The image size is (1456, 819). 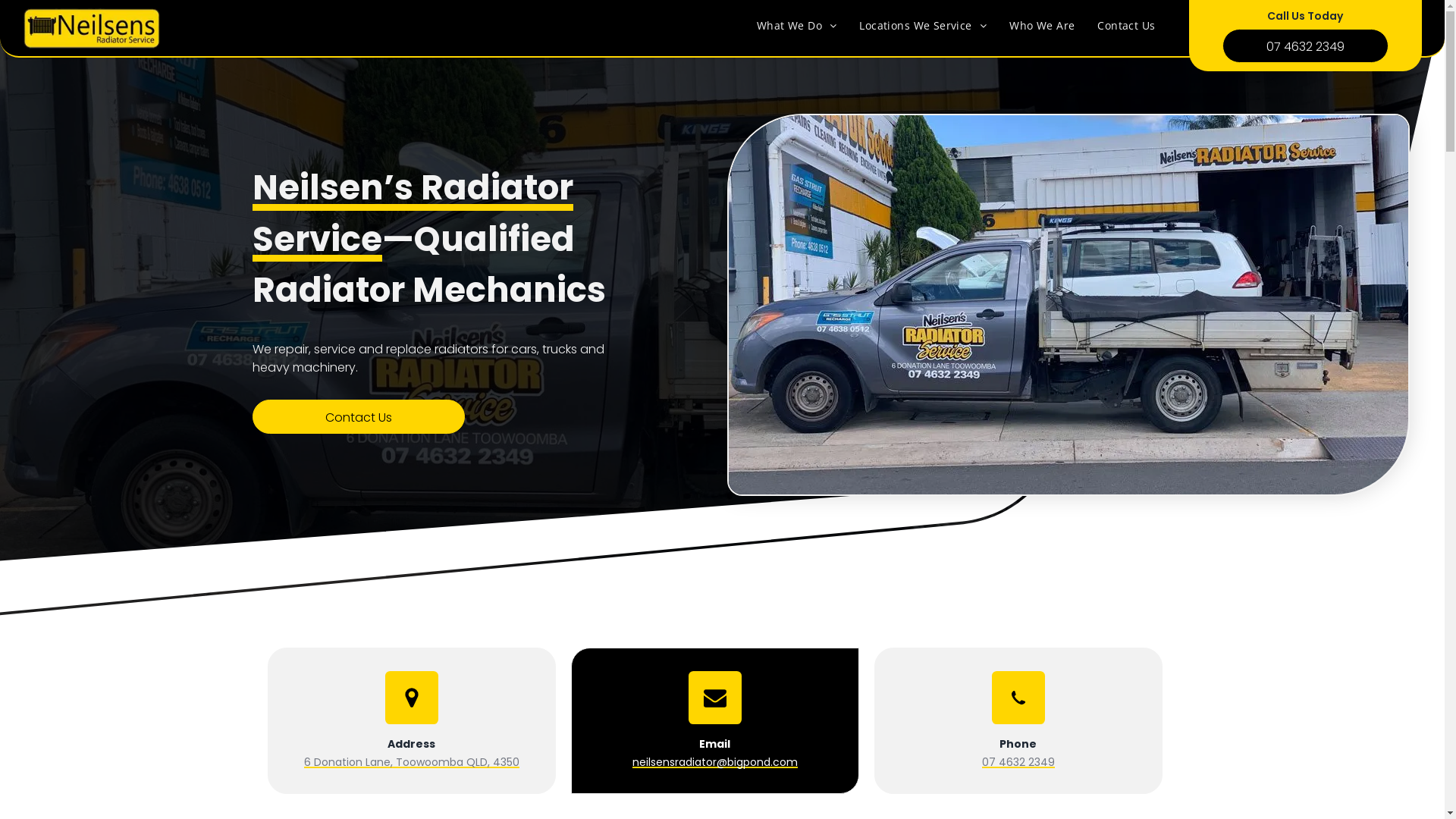 I want to click on 'Email Icon', so click(x=714, y=698).